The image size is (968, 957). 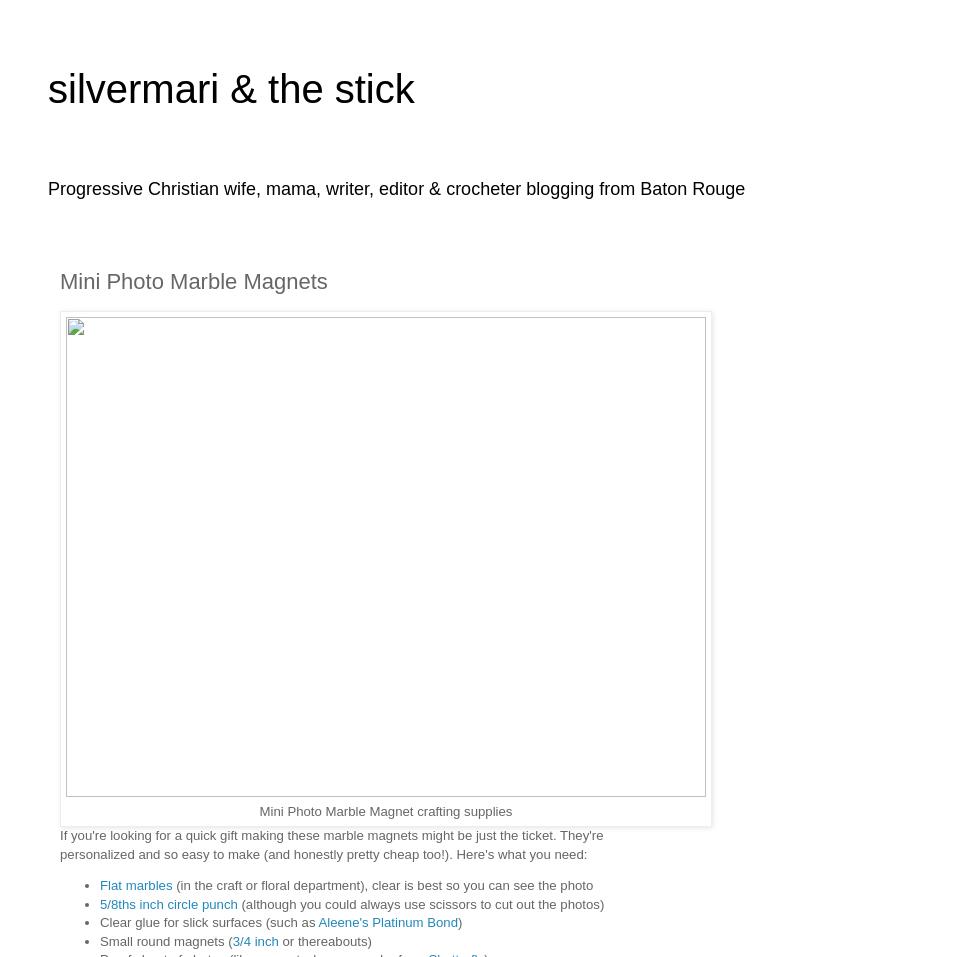 What do you see at coordinates (193, 280) in the screenshot?
I see `'Mini Photo Marble Magnets'` at bounding box center [193, 280].